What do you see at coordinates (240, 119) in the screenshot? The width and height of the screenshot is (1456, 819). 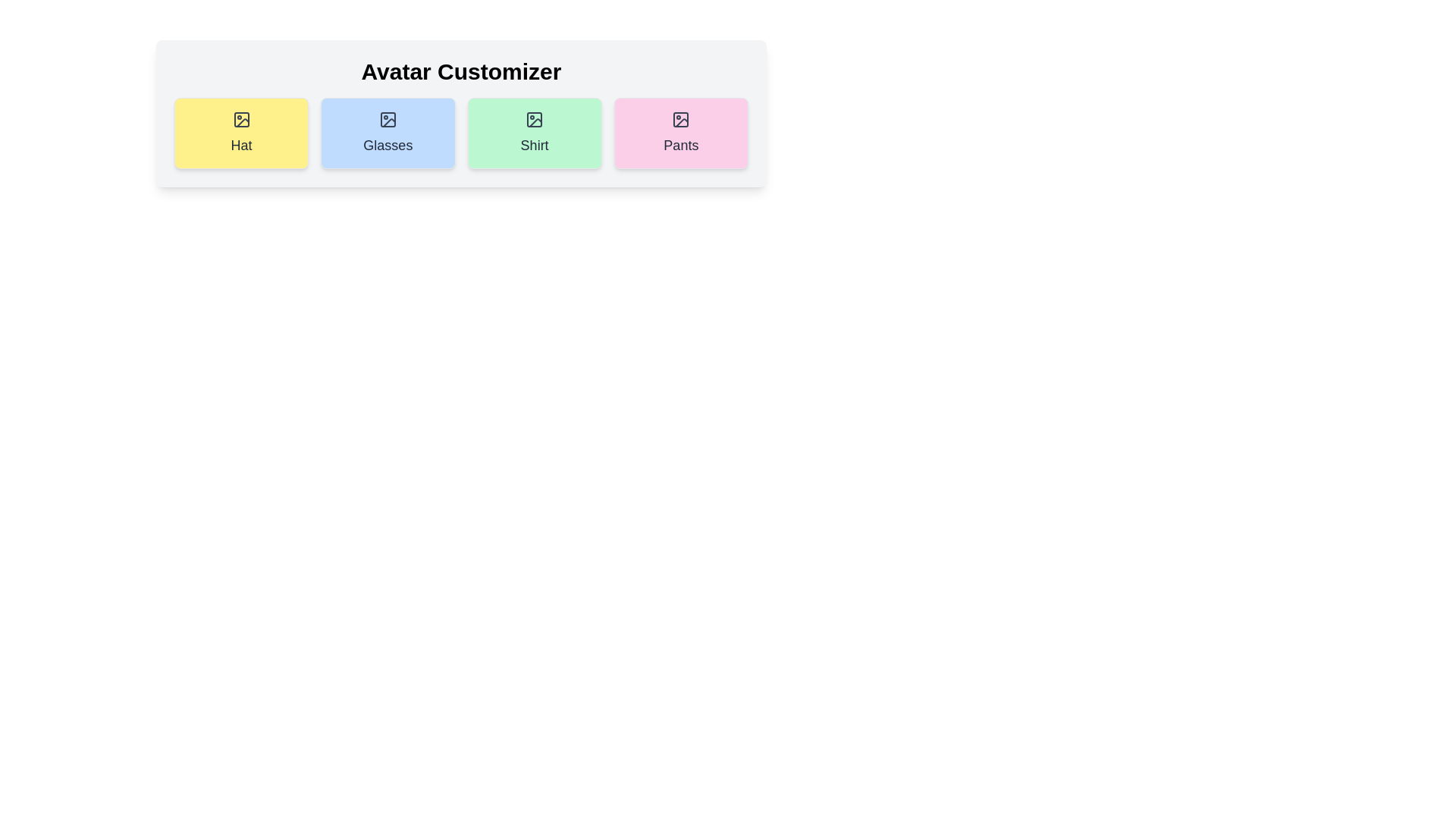 I see `the central square of the 'Hat' icon, which is the first image icon in a horizontal list of four icons` at bounding box center [240, 119].